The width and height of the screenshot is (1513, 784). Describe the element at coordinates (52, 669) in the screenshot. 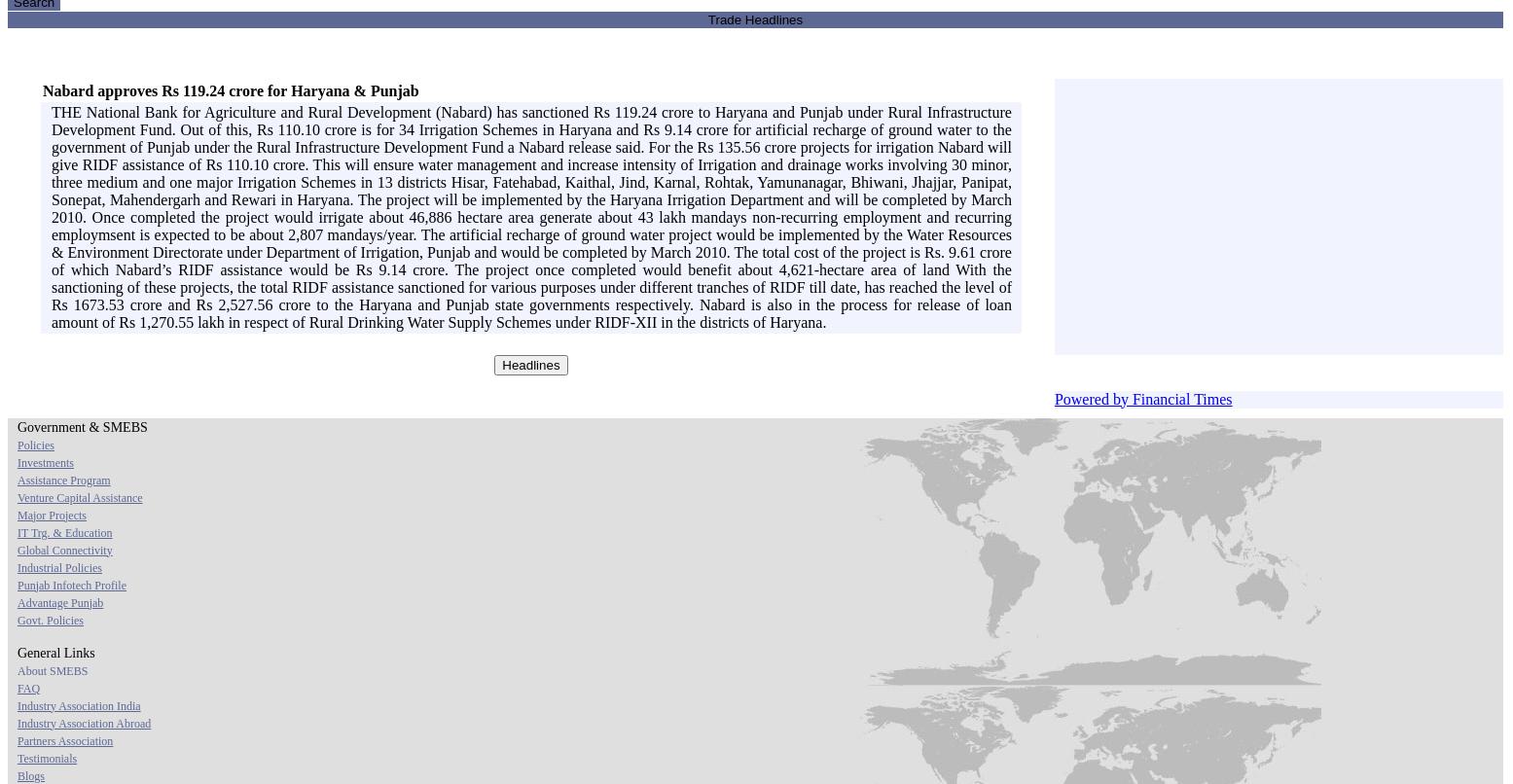

I see `'About SMEBS'` at that location.